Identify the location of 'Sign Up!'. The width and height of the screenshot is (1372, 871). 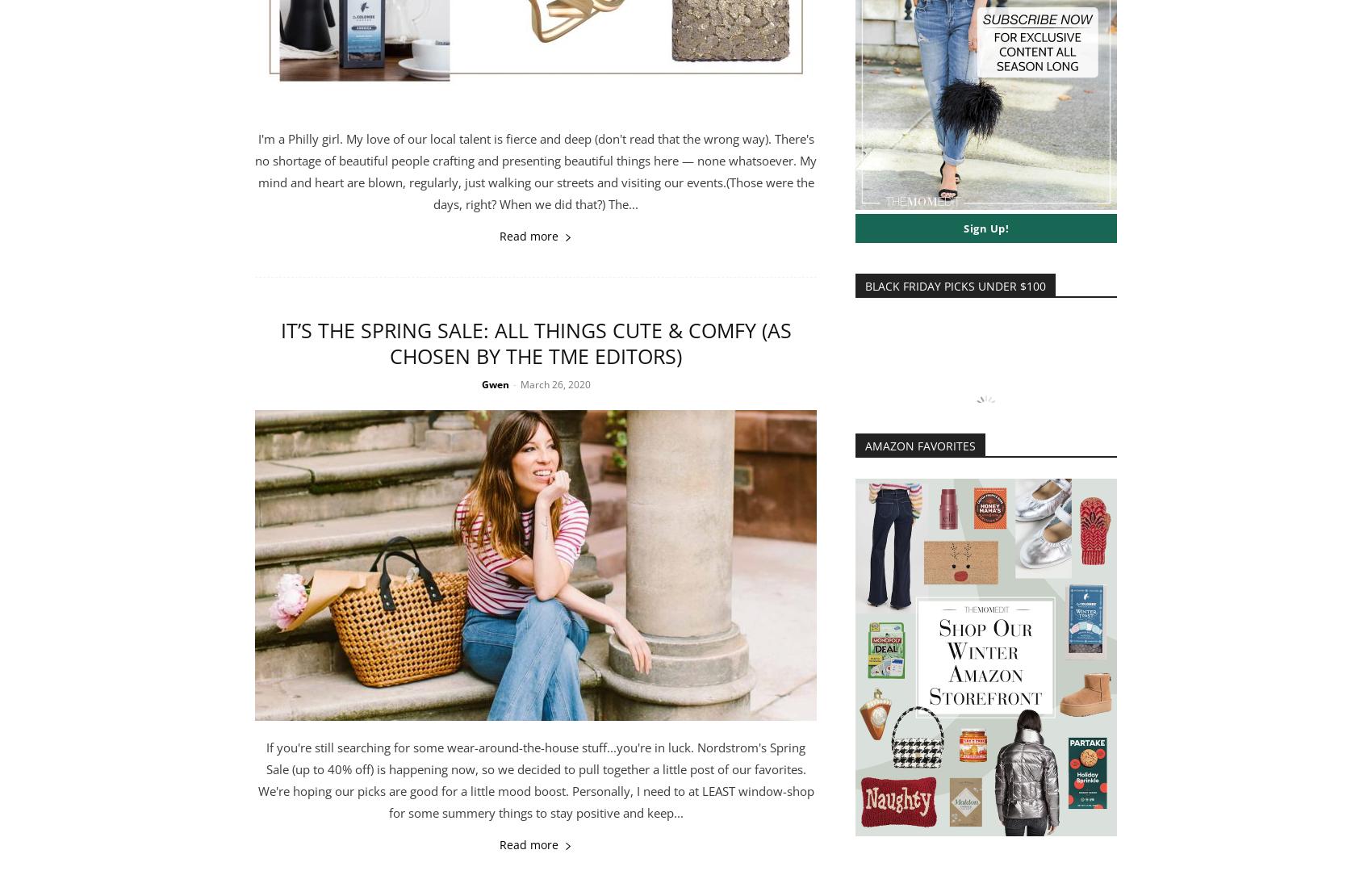
(985, 228).